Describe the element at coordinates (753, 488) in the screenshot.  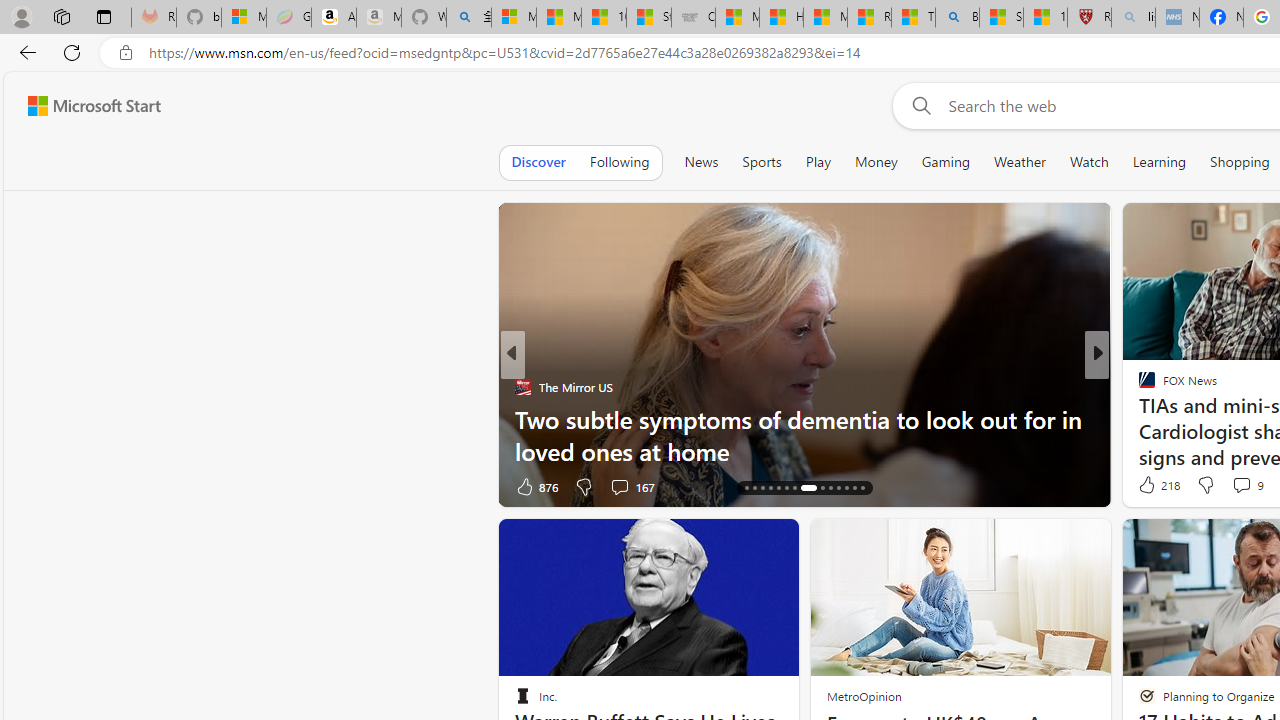
I see `'AutomationID: tab-16'` at that location.